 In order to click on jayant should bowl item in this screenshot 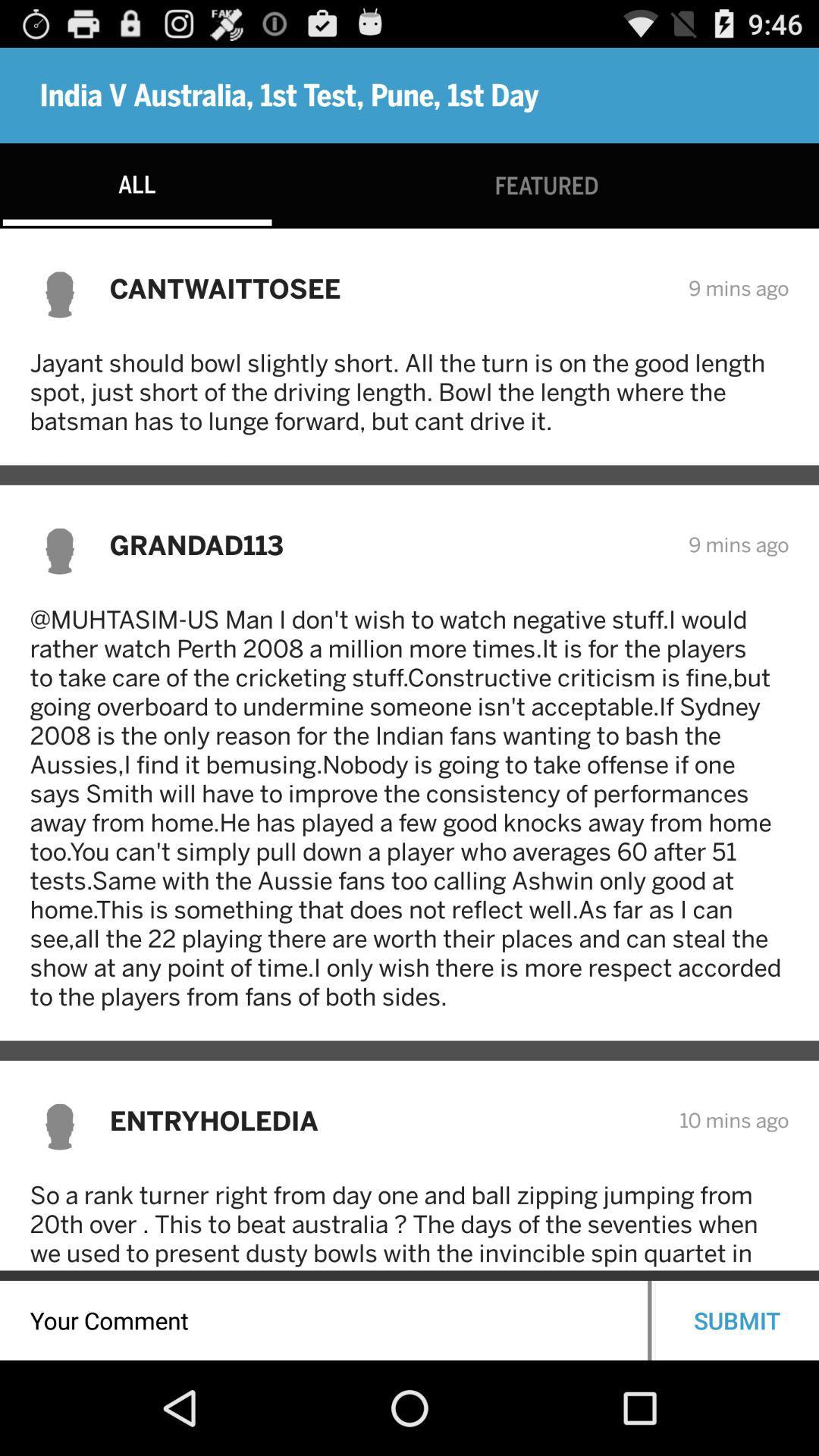, I will do `click(409, 391)`.